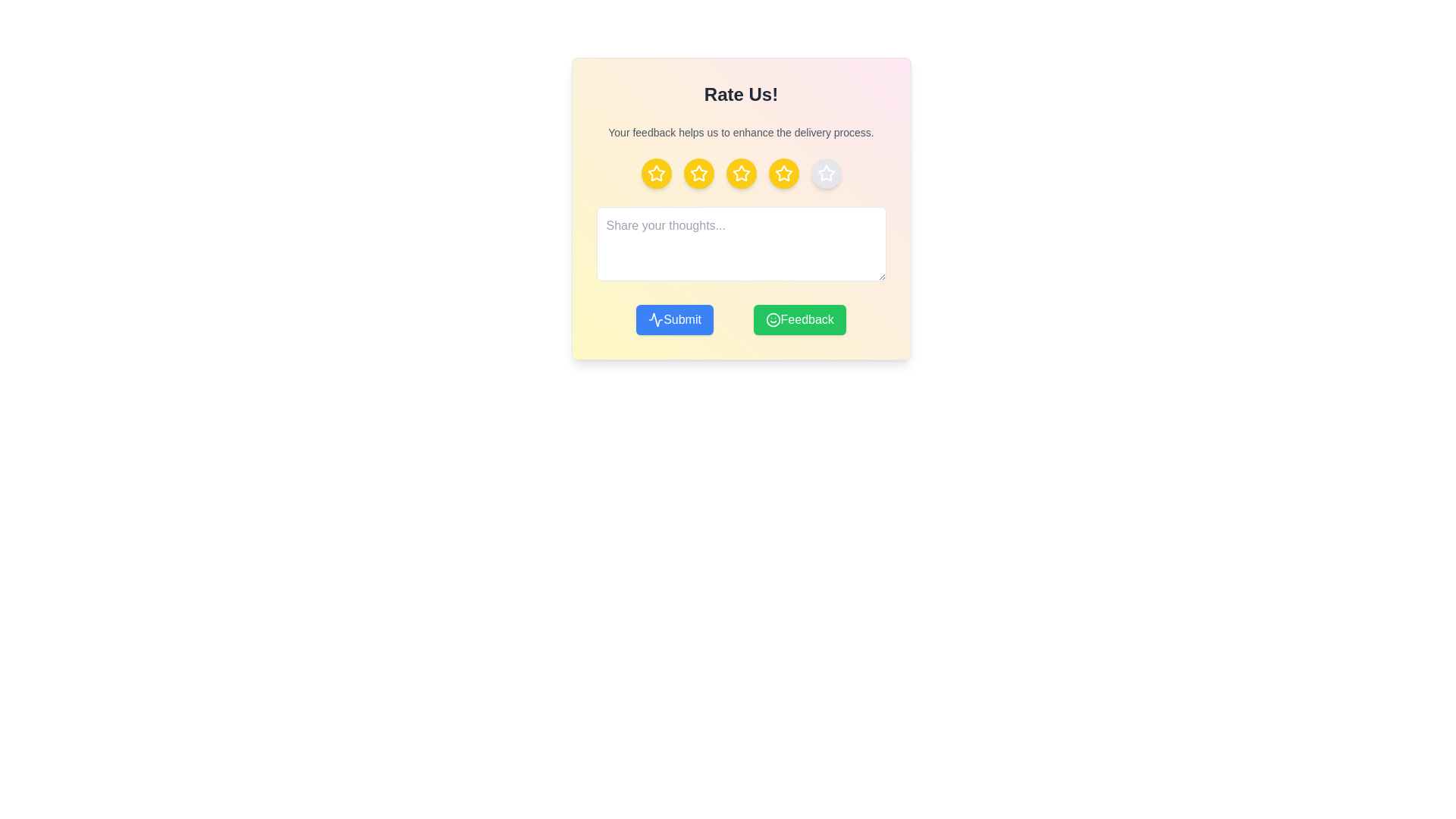  What do you see at coordinates (741, 172) in the screenshot?
I see `the rating to 3 stars by clicking on the corresponding star` at bounding box center [741, 172].